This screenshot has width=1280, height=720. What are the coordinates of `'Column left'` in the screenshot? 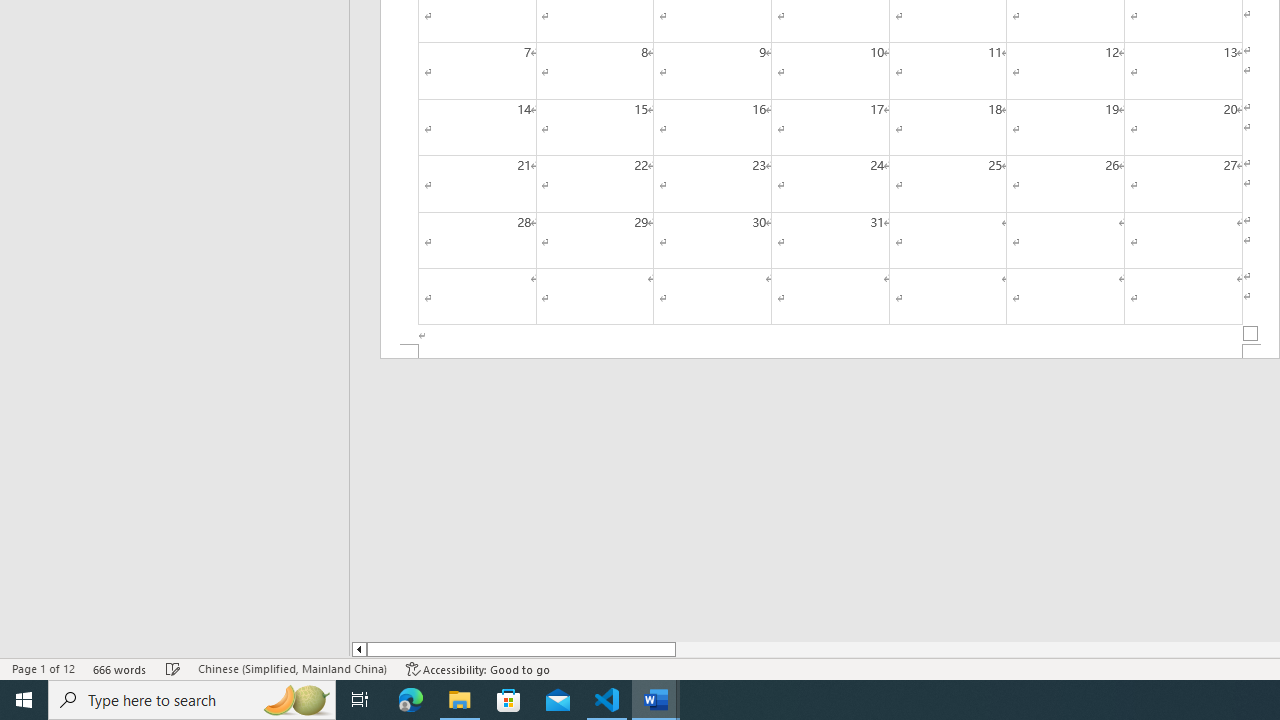 It's located at (358, 649).